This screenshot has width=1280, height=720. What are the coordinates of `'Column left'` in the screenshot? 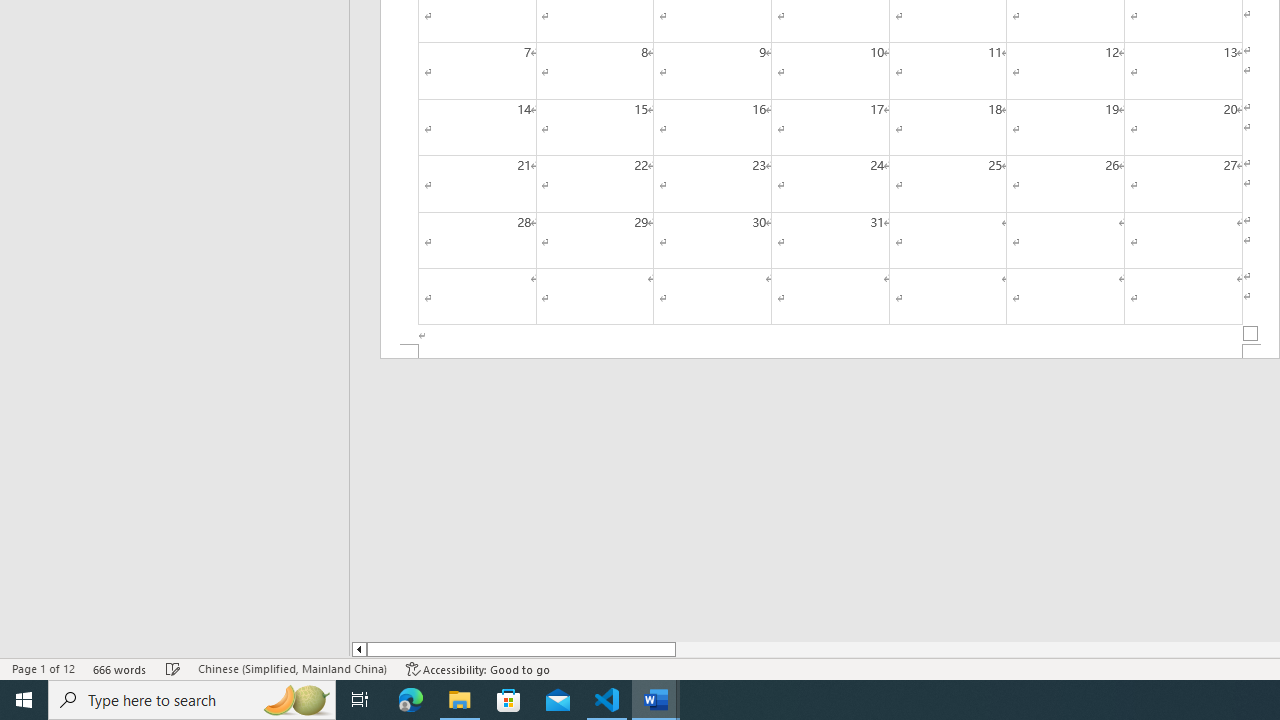 It's located at (358, 649).